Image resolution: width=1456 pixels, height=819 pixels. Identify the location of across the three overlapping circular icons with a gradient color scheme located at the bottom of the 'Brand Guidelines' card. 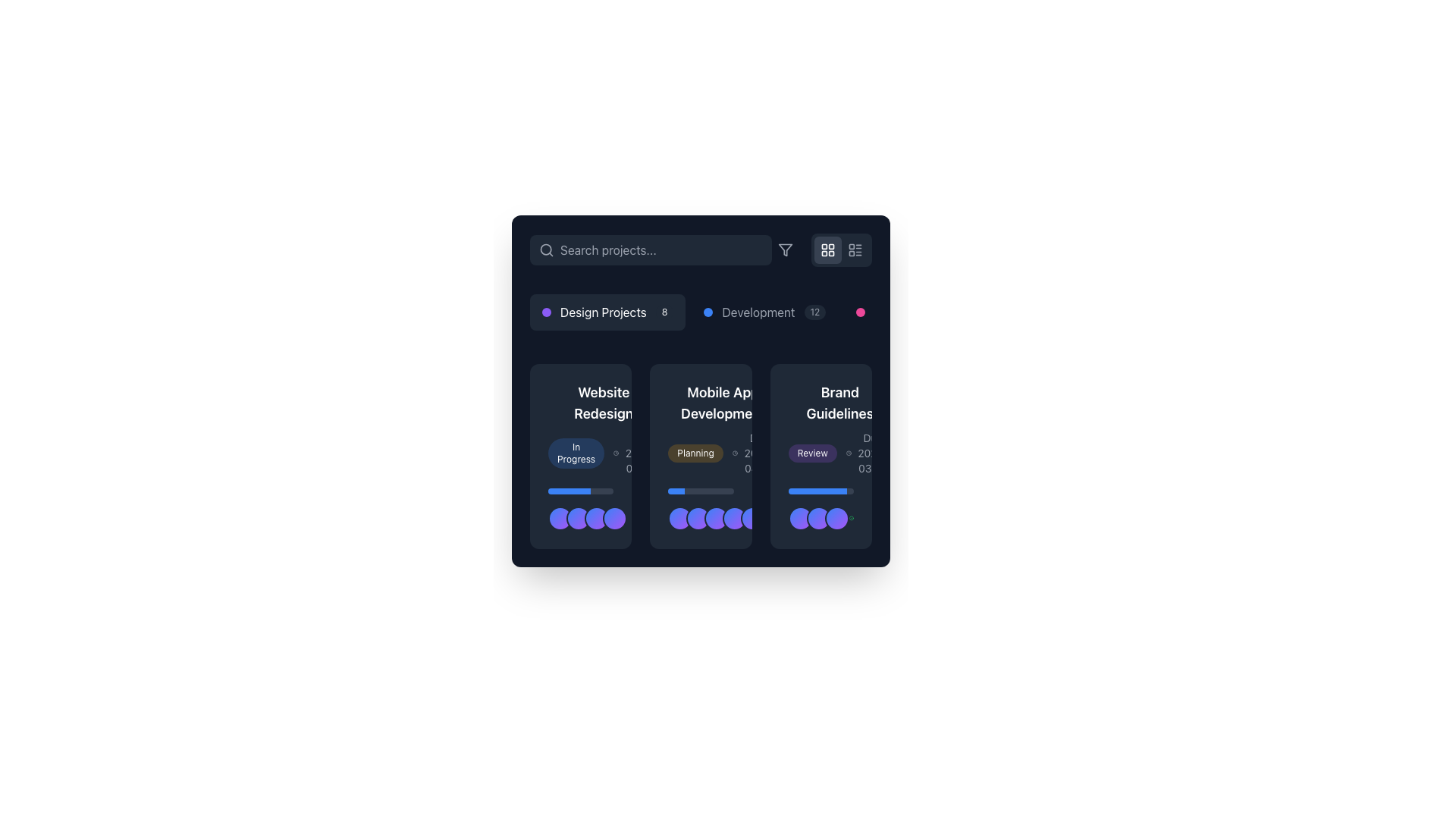
(820, 517).